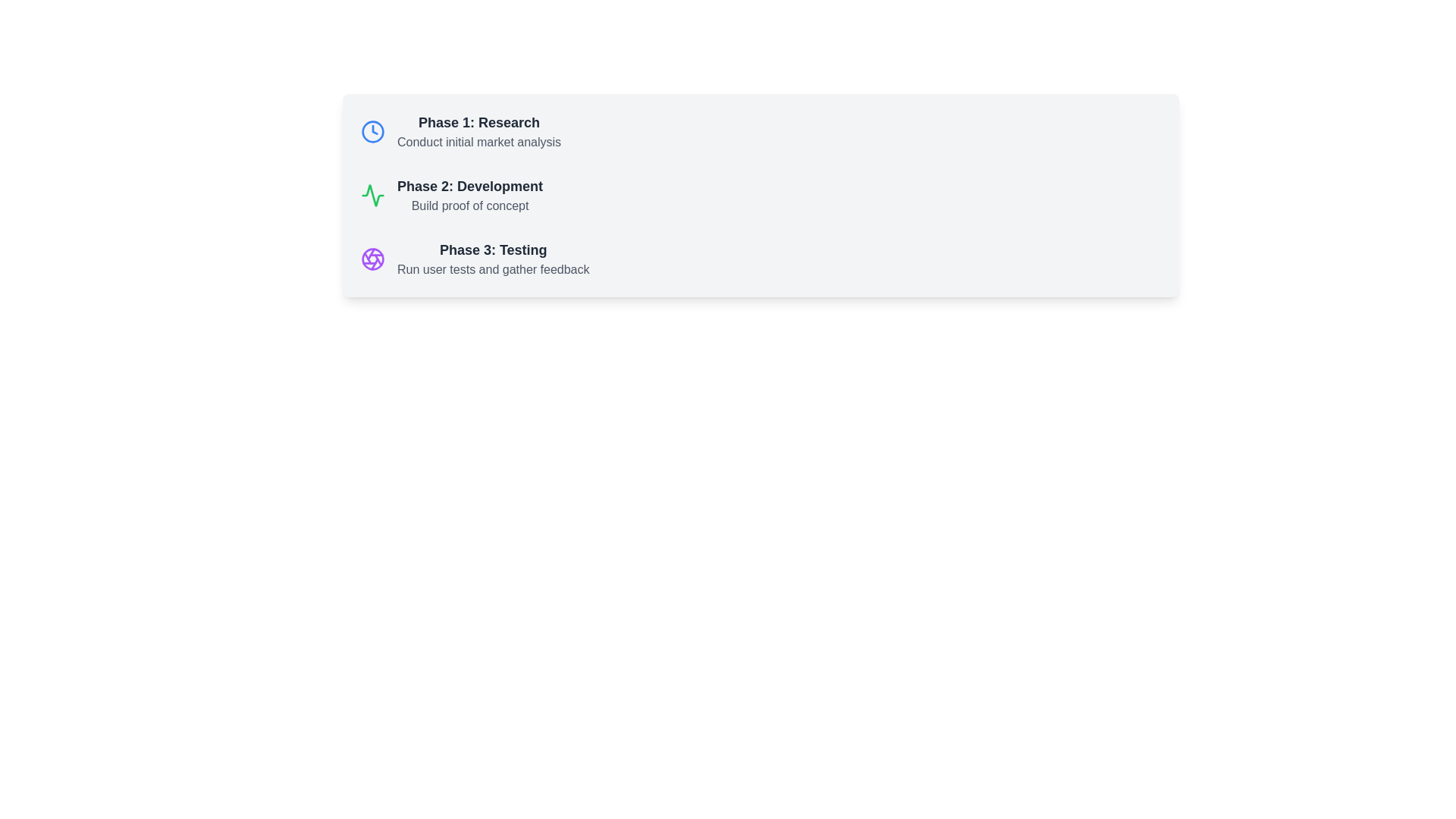 This screenshot has width=1456, height=819. I want to click on the descriptive text element located beneath the title 'Phase 3: Testing', which guides users on the expected actions during this phase, so click(493, 268).